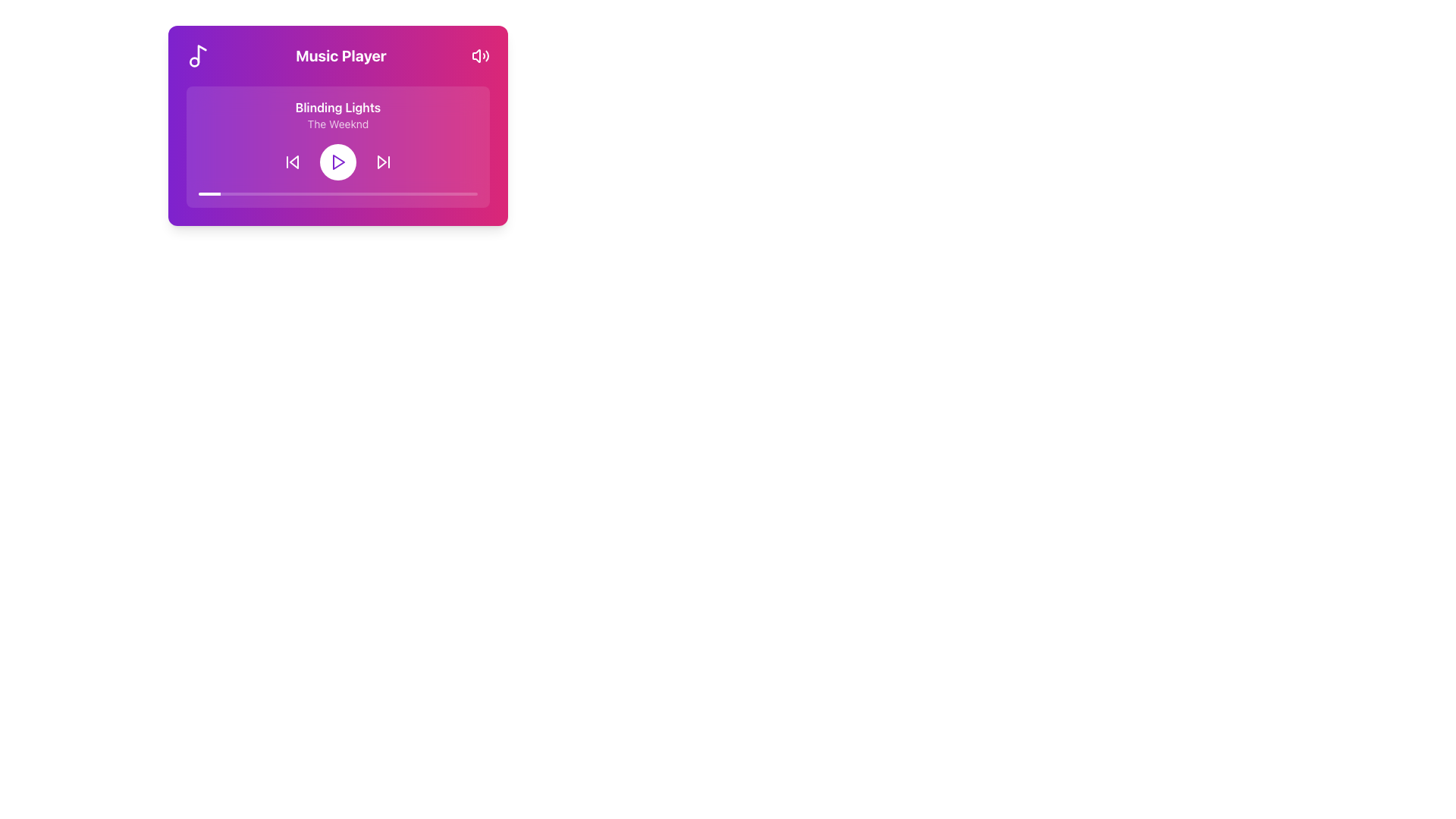 This screenshot has height=819, width=1456. Describe the element at coordinates (294, 162) in the screenshot. I see `the triangular back button with a purple outline in the music player interface` at that location.